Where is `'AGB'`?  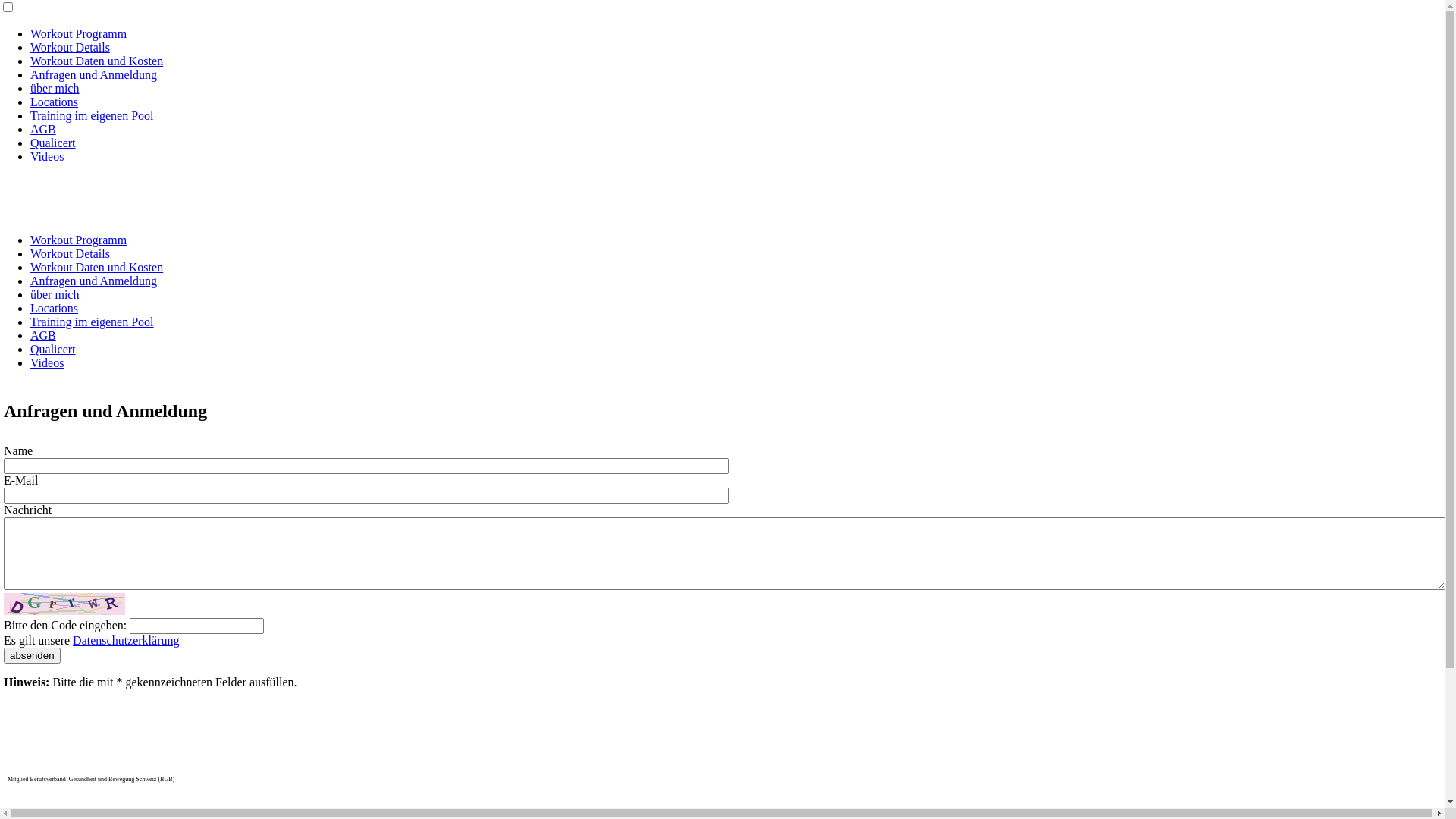 'AGB' is located at coordinates (43, 334).